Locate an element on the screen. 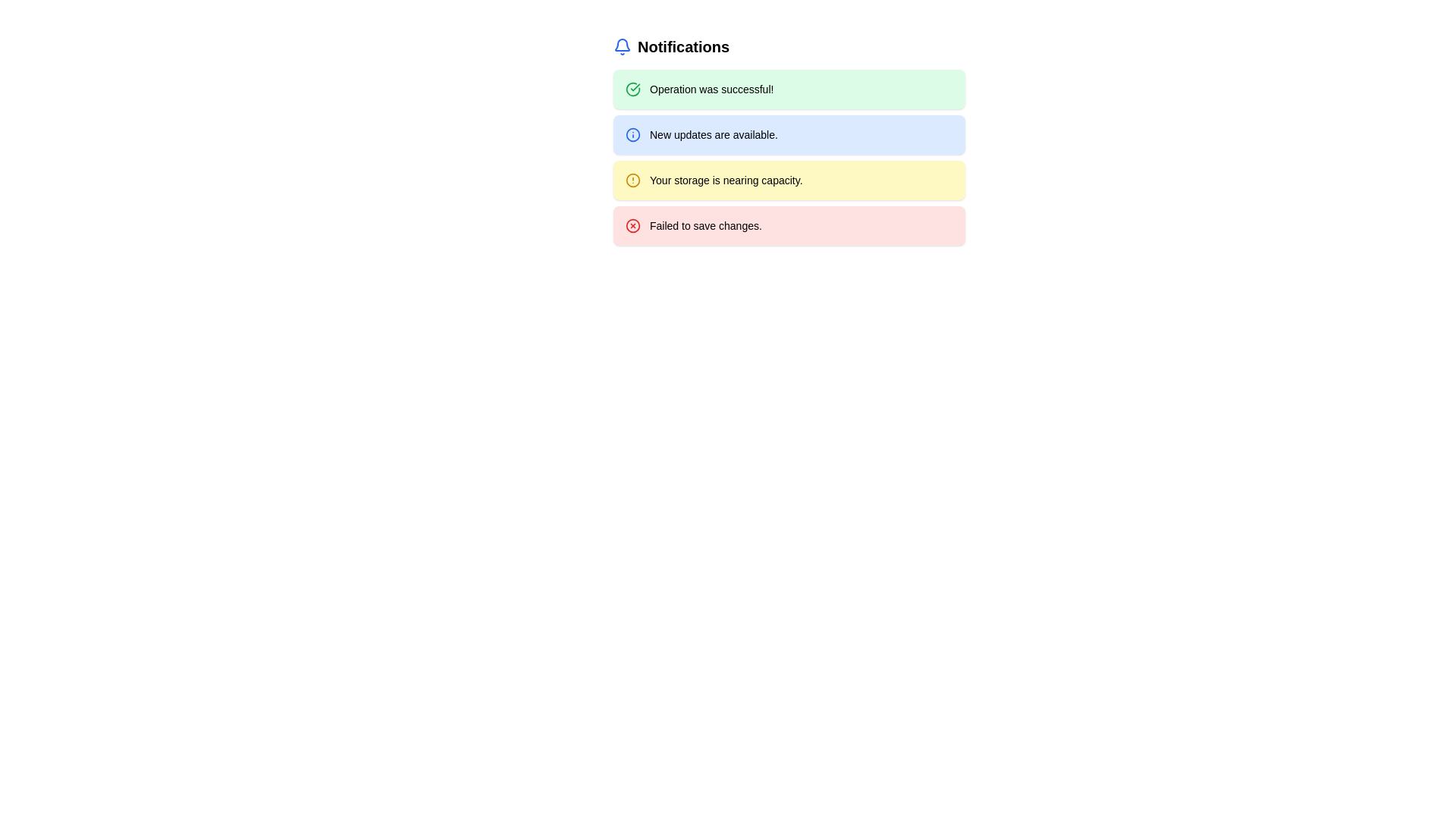 This screenshot has width=1456, height=819. the appearance of the notification icon indicating new updates, positioned at the far left of the notification box that states 'New updates are available.' is located at coordinates (633, 133).